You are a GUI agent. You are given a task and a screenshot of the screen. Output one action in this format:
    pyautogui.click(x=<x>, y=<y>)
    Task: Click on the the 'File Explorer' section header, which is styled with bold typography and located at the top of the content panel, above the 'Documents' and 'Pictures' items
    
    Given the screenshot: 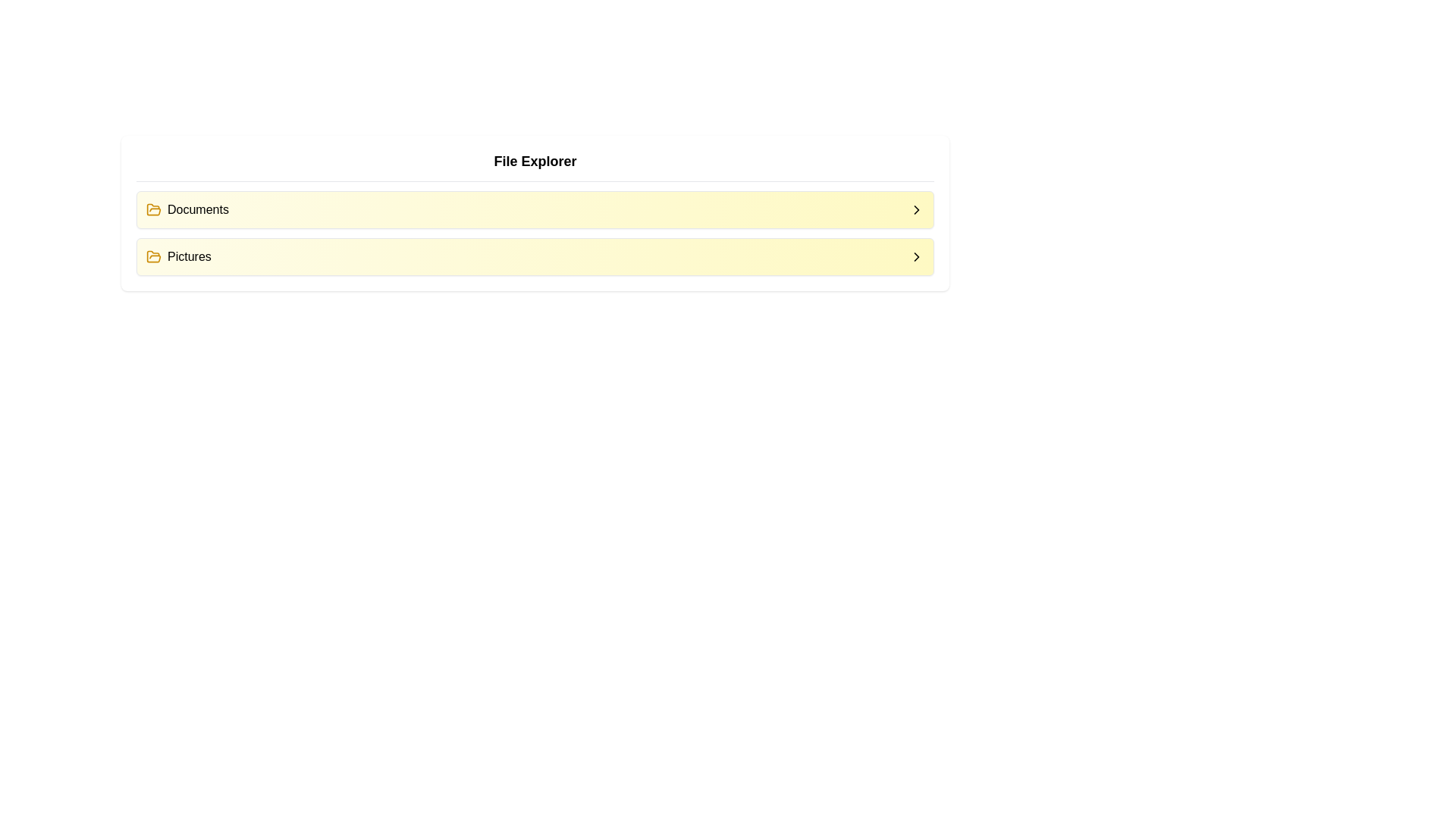 What is the action you would take?
    pyautogui.click(x=535, y=166)
    